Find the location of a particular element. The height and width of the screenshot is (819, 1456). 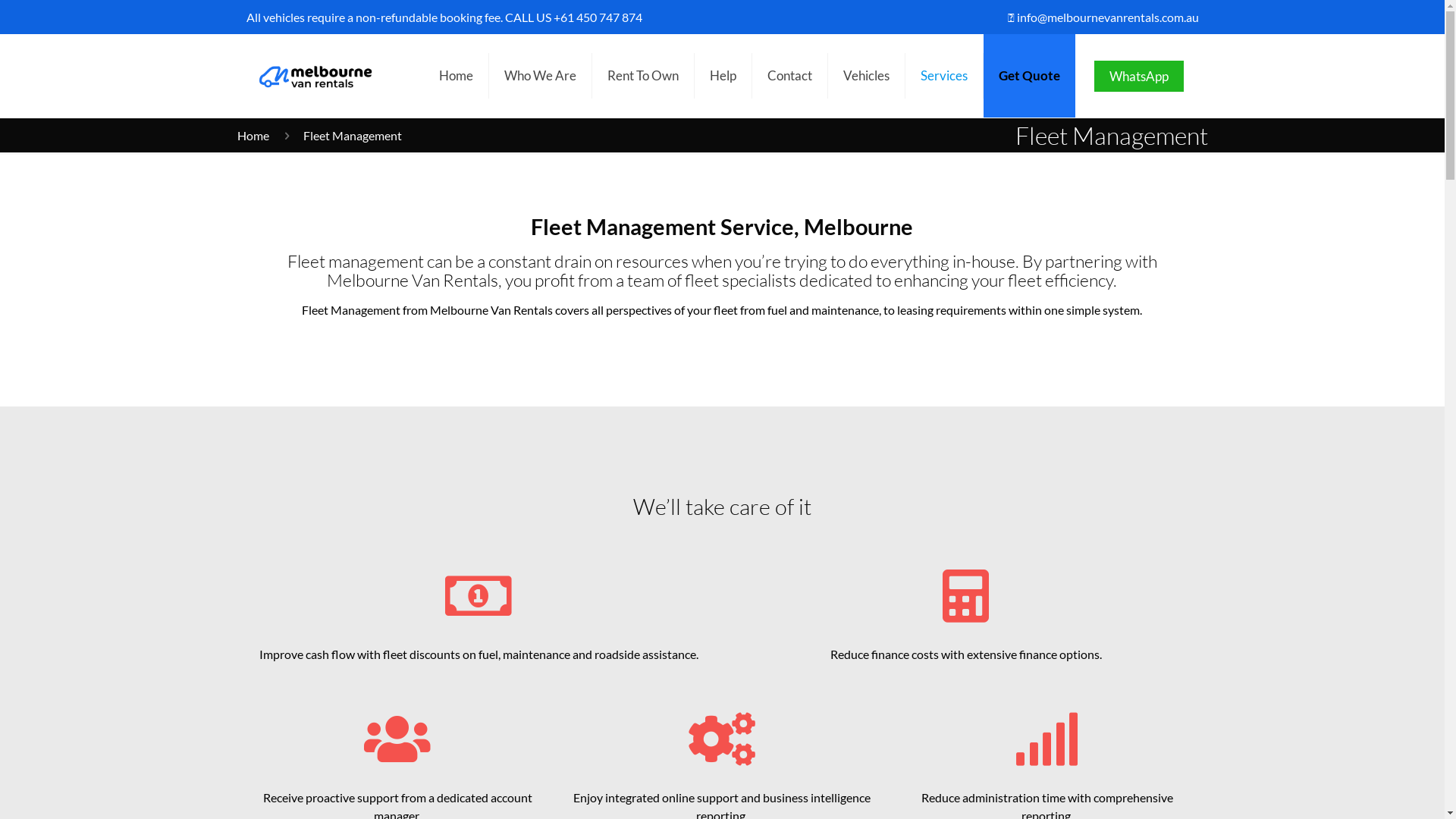

'WhatsApp' is located at coordinates (1138, 76).